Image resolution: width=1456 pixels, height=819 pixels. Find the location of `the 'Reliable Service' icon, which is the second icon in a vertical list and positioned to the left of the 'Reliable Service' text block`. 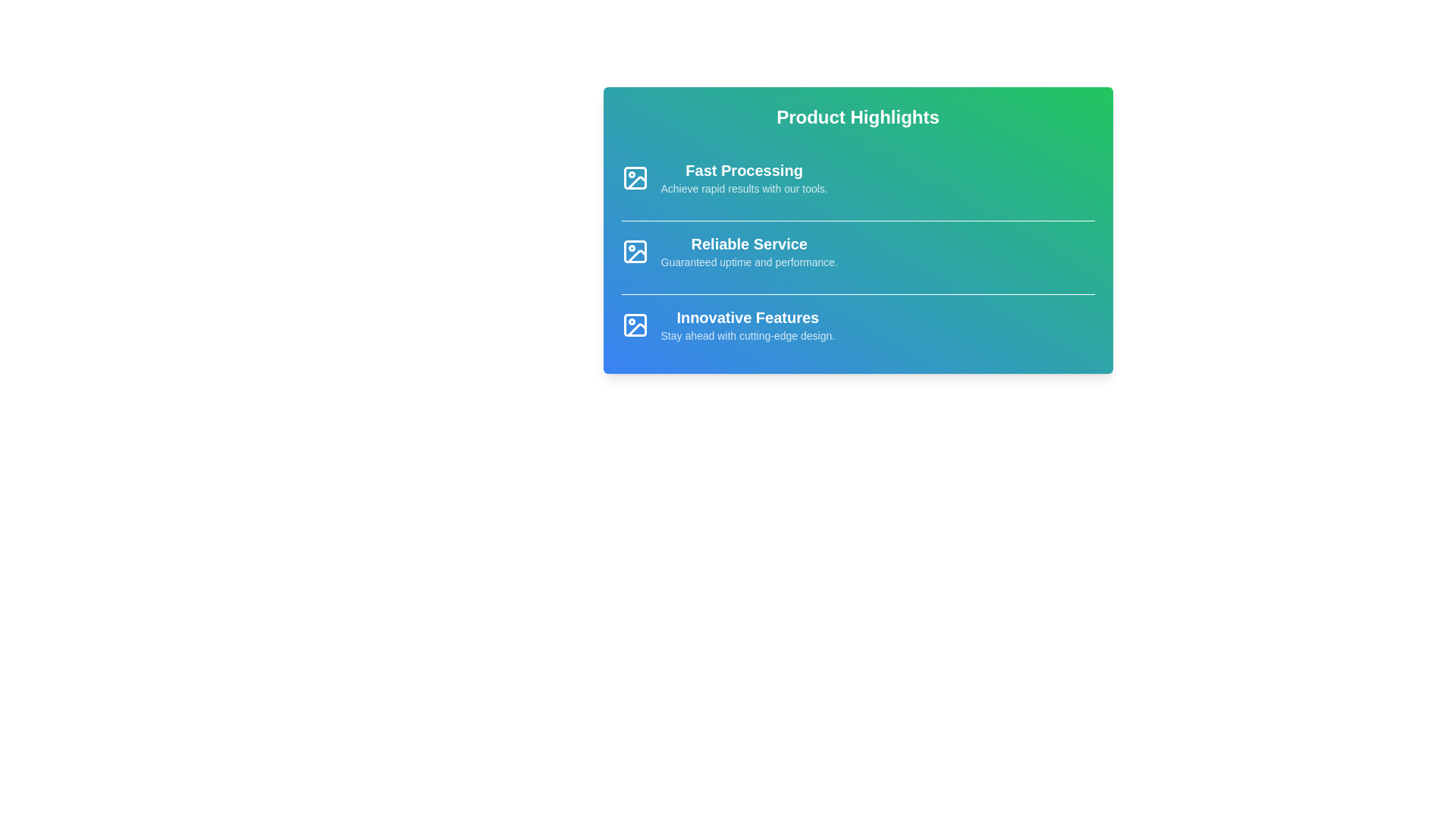

the 'Reliable Service' icon, which is the second icon in a vertical list and positioned to the left of the 'Reliable Service' text block is located at coordinates (635, 250).